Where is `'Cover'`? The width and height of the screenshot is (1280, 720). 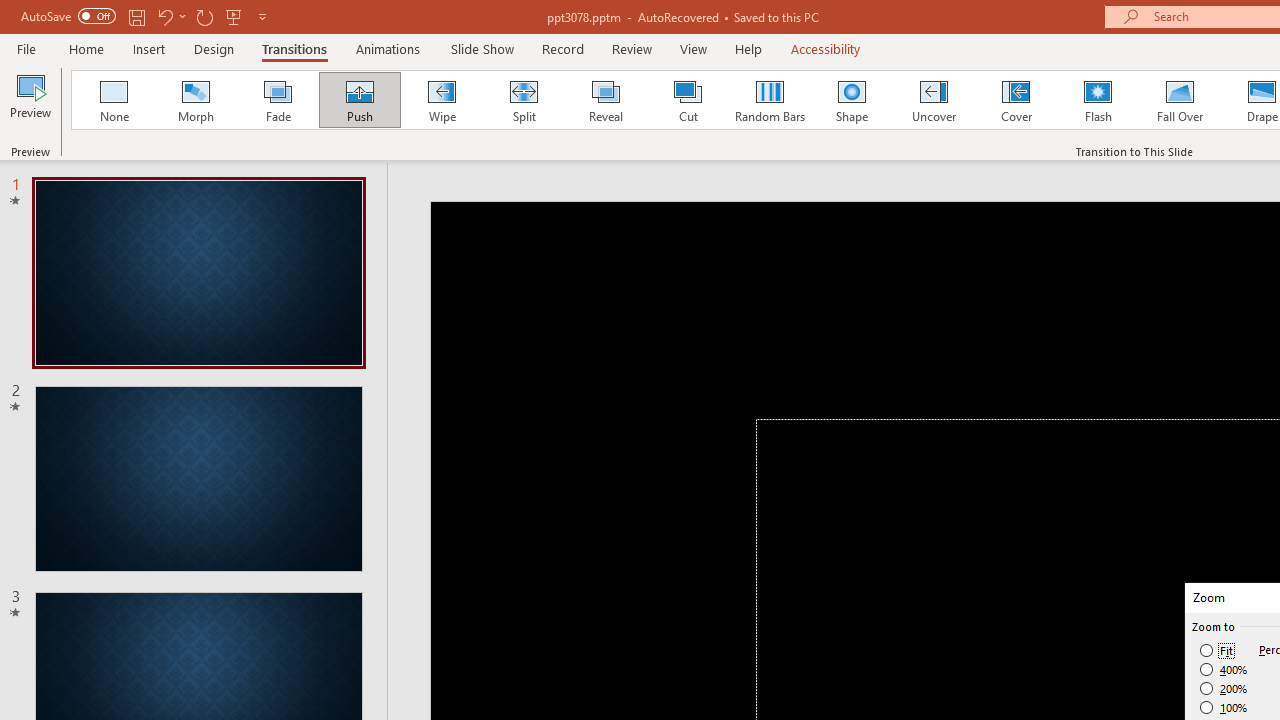 'Cover' is located at coordinates (1016, 100).